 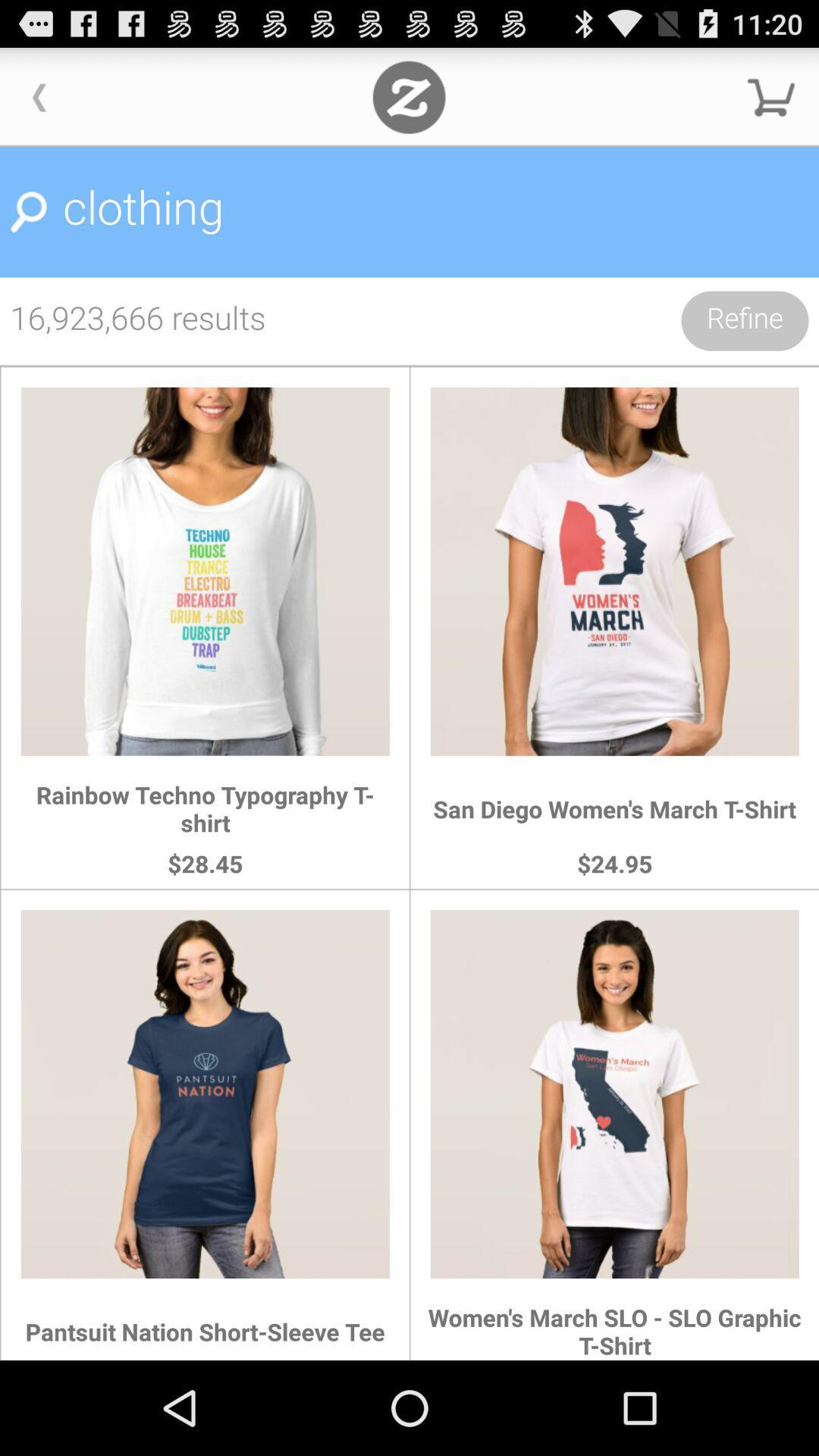 I want to click on the refine icon, so click(x=744, y=320).